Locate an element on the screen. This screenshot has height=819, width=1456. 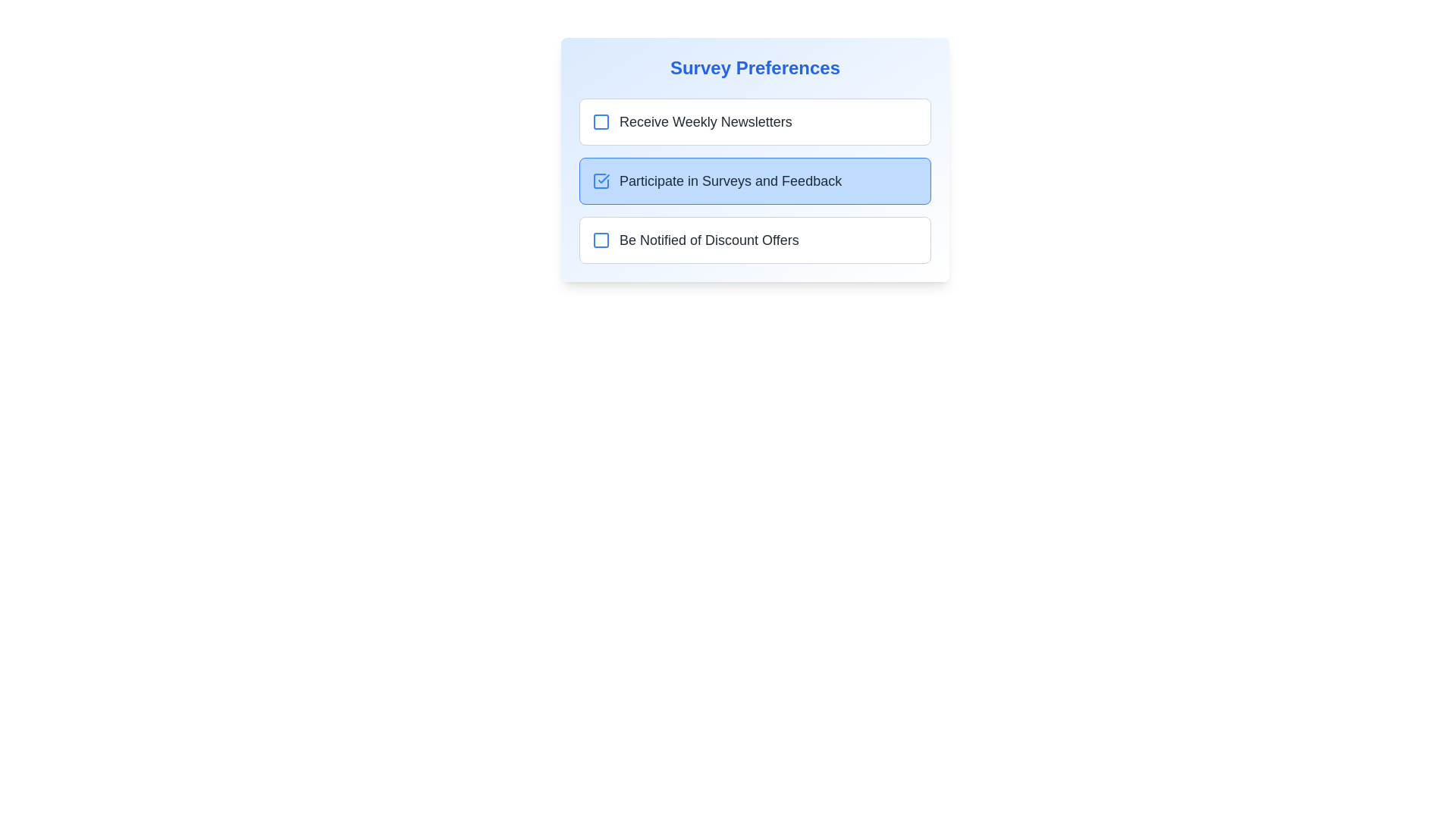
the checkbox component represented by a rounded rectangle with a thin outline, located to the left of the label 'Receive Weekly Newsletters' in the 'Survey Preferences' section is located at coordinates (600, 121).